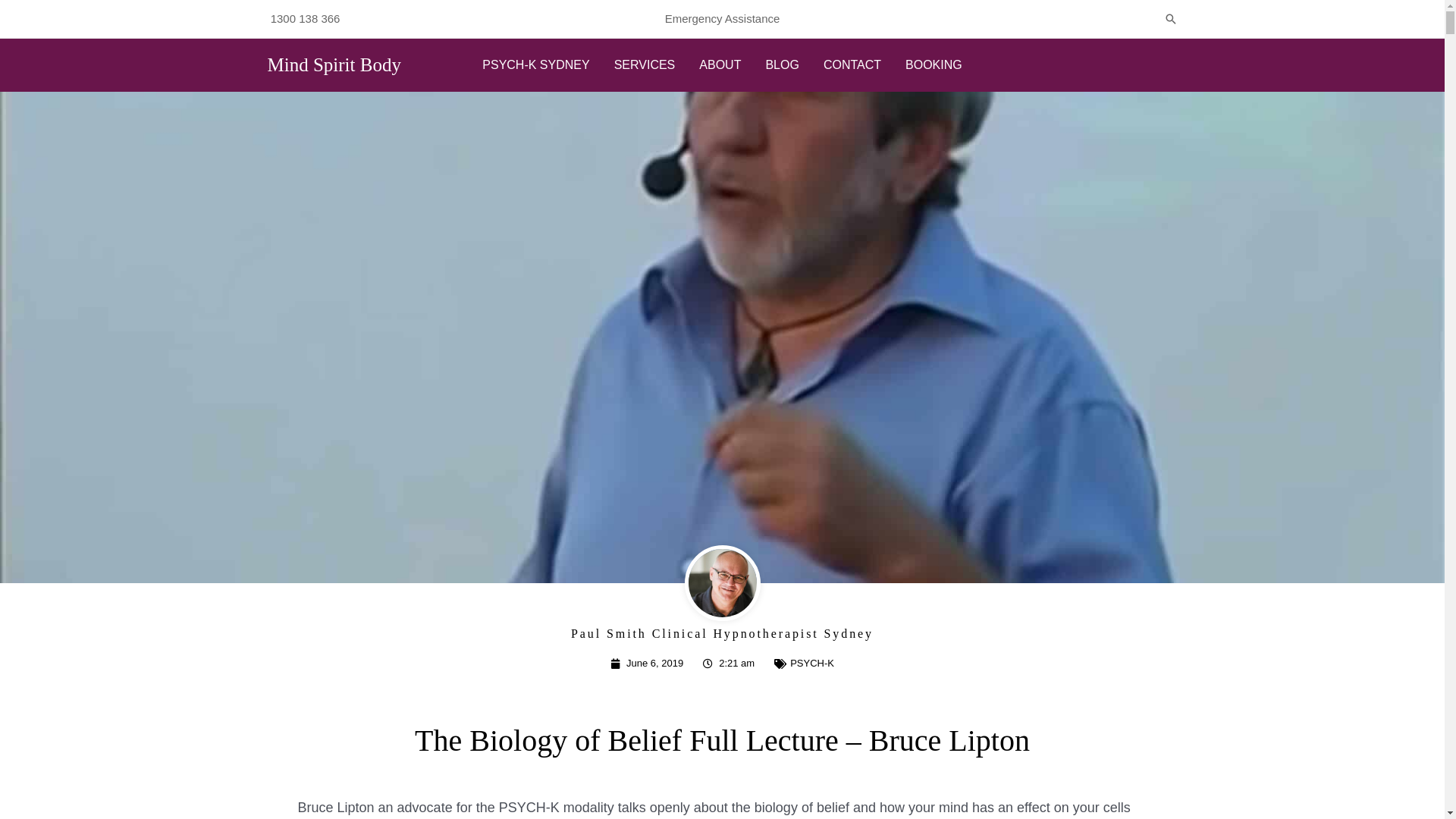 Image resolution: width=1456 pixels, height=819 pixels. I want to click on 'Mind Spirit Body', so click(266, 64).